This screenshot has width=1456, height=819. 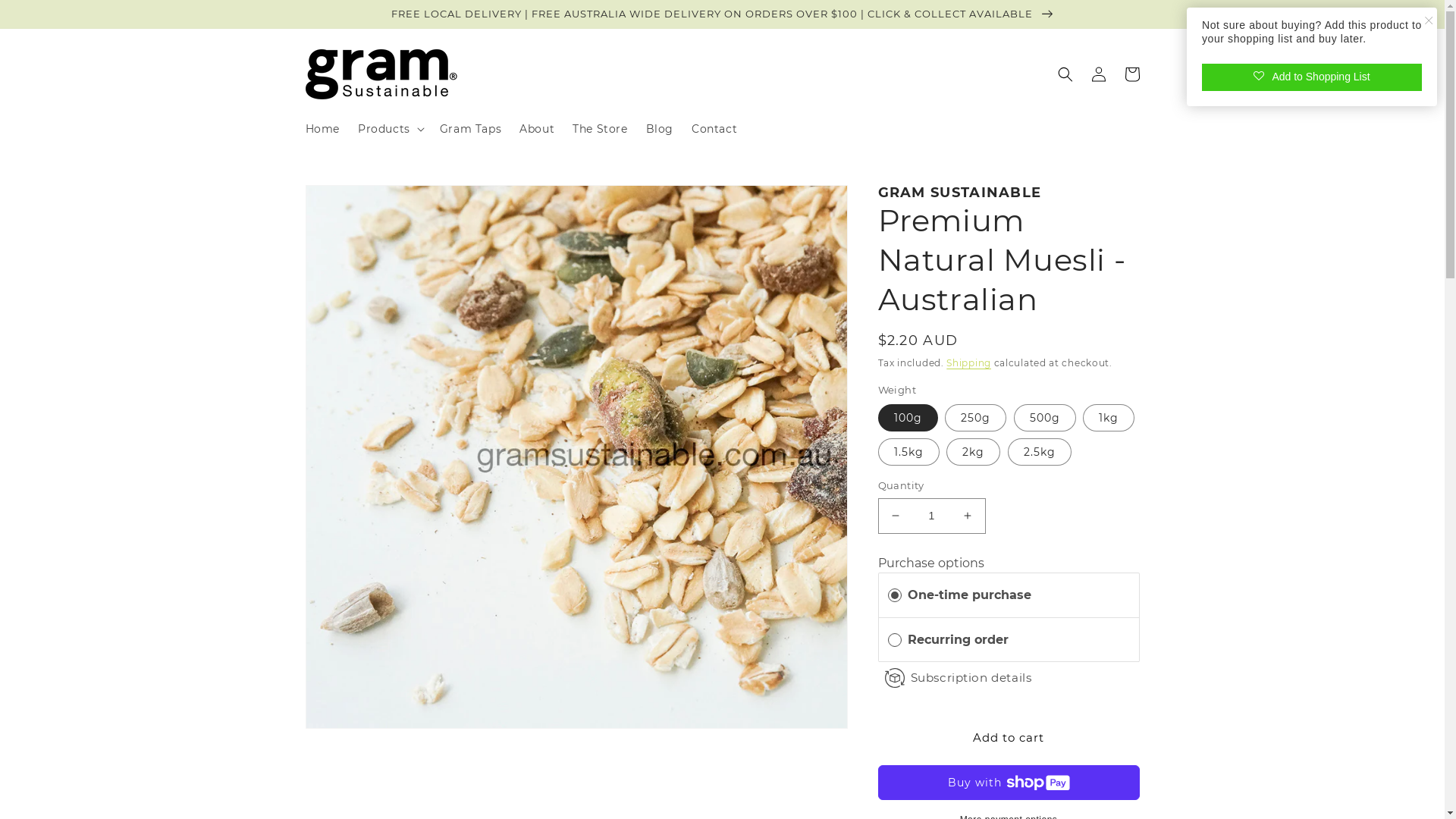 I want to click on 'Shipping', so click(x=968, y=362).